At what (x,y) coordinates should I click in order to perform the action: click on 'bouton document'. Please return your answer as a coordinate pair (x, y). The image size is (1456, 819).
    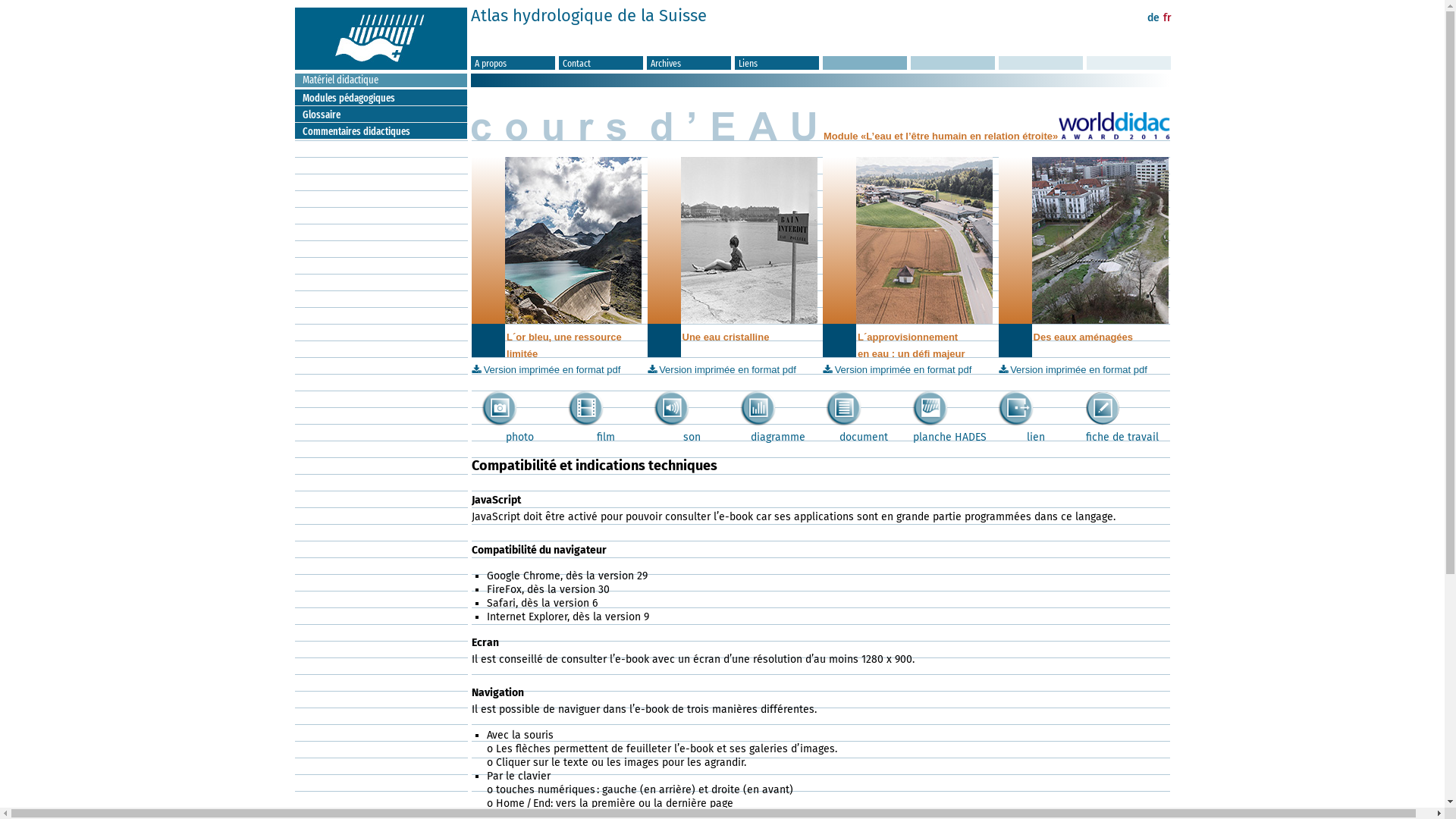
    Looking at the image, I should click on (843, 407).